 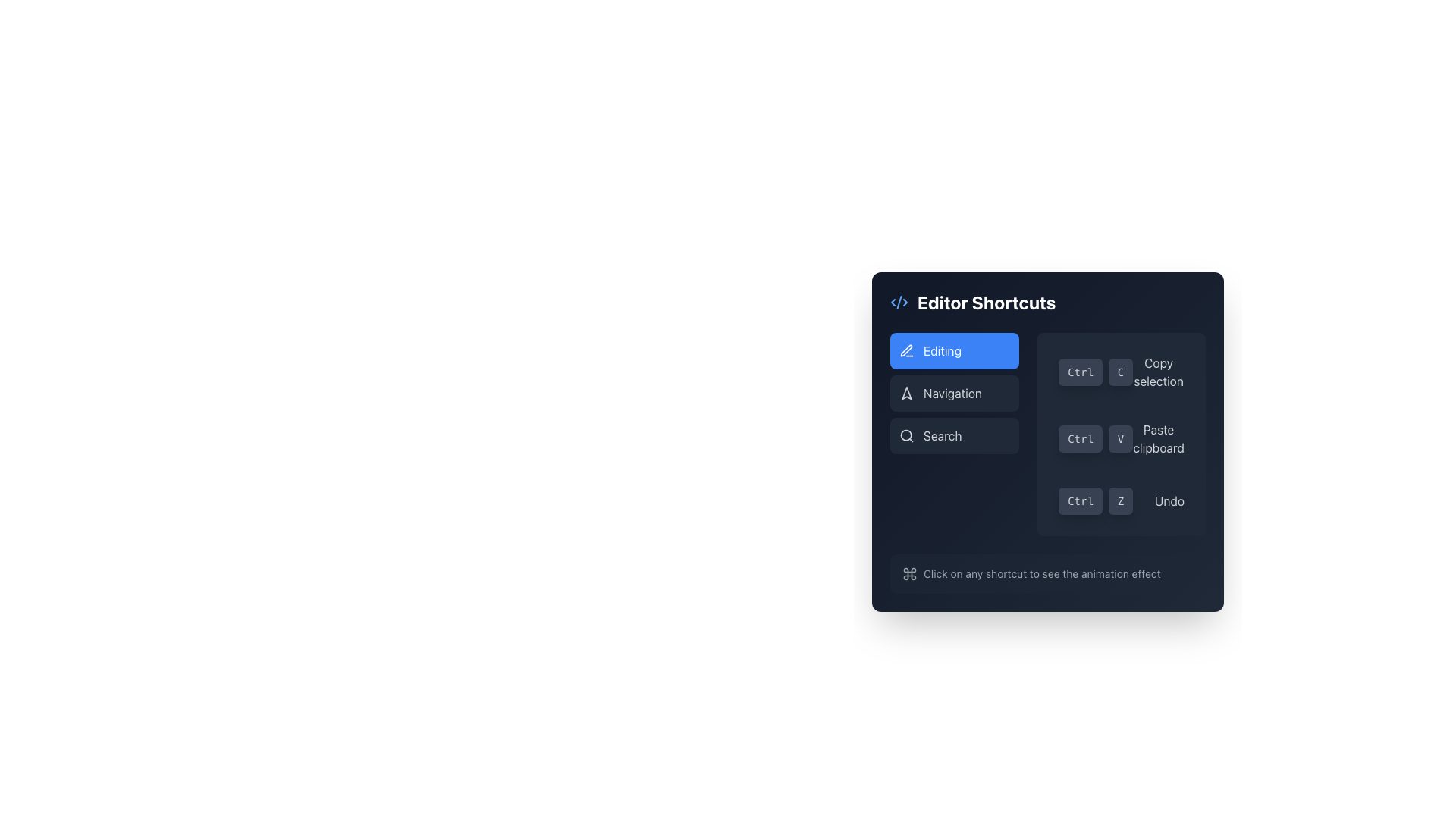 What do you see at coordinates (899, 302) in the screenshot?
I see `the small blue XML code icon located to the immediate left of the 'Editor Shortcuts' text in the header of the panel` at bounding box center [899, 302].